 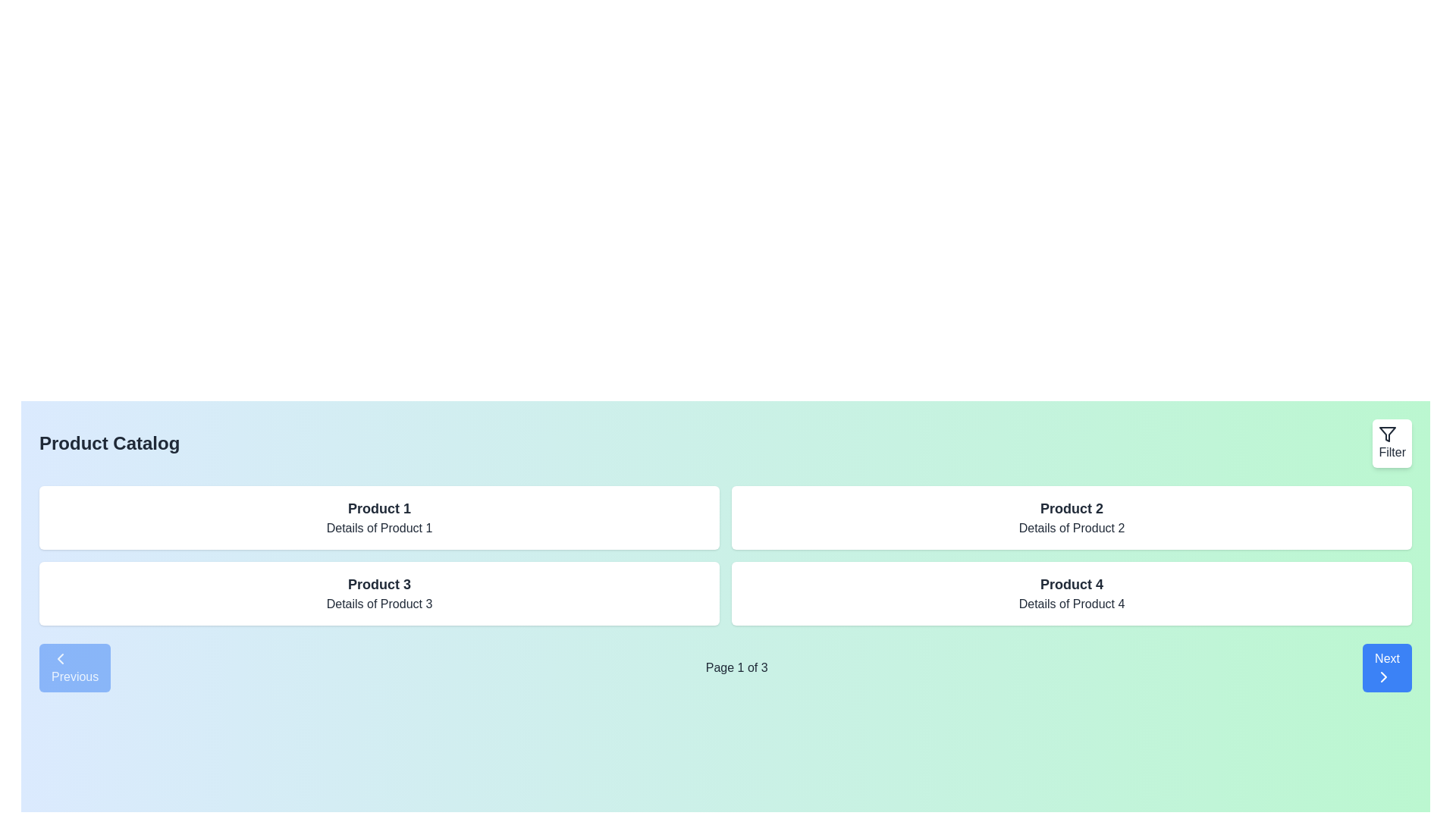 I want to click on the text display indicating 'Page 1 of 3', which is centrally located in the pagination bar between the 'Previous' and 'Next' buttons, so click(x=724, y=667).